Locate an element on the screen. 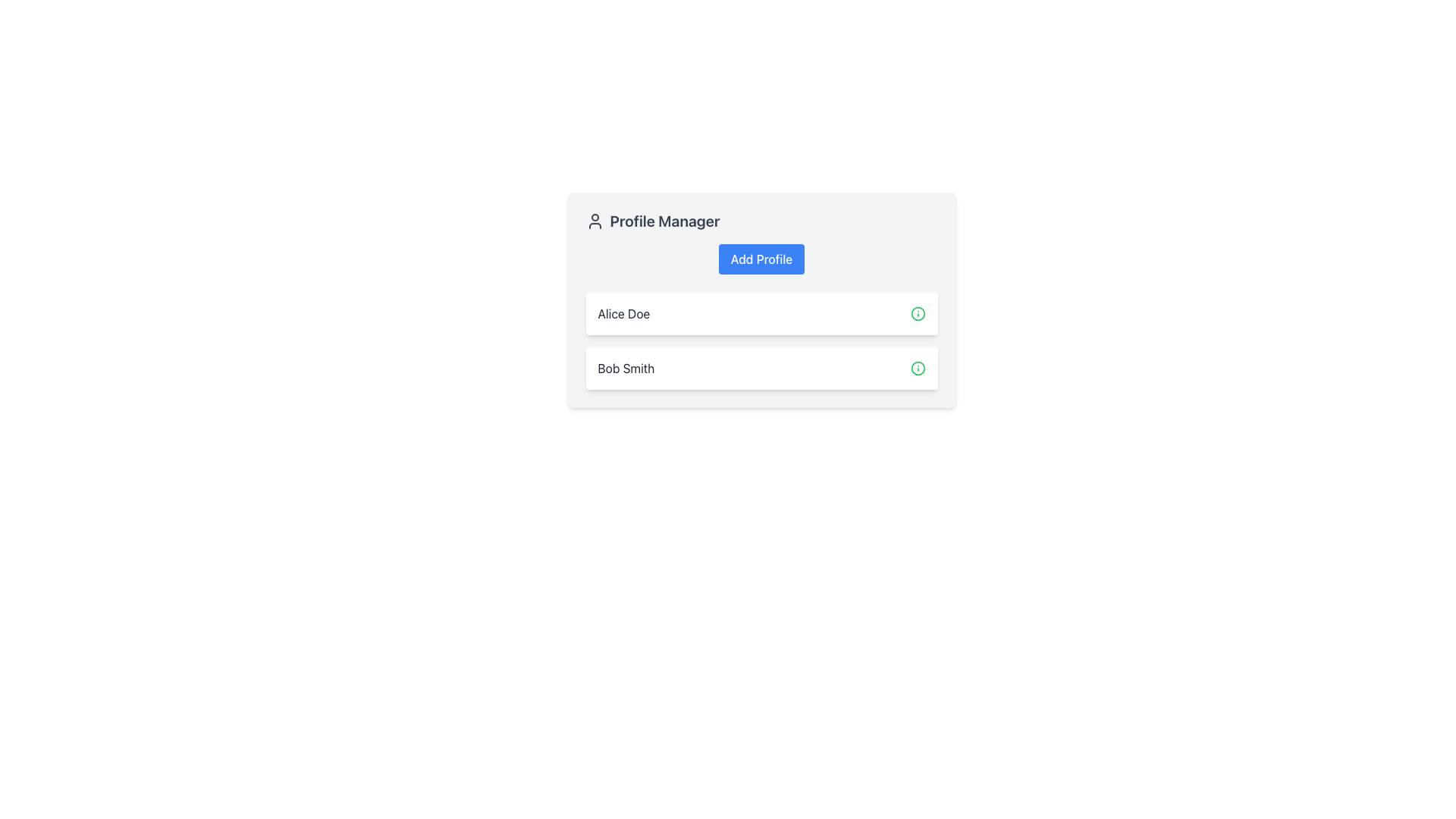  the profile management icon located at the top-left corner inside the 'Profile Manager' box, preceding the 'Profile Manager' text is located at coordinates (594, 221).